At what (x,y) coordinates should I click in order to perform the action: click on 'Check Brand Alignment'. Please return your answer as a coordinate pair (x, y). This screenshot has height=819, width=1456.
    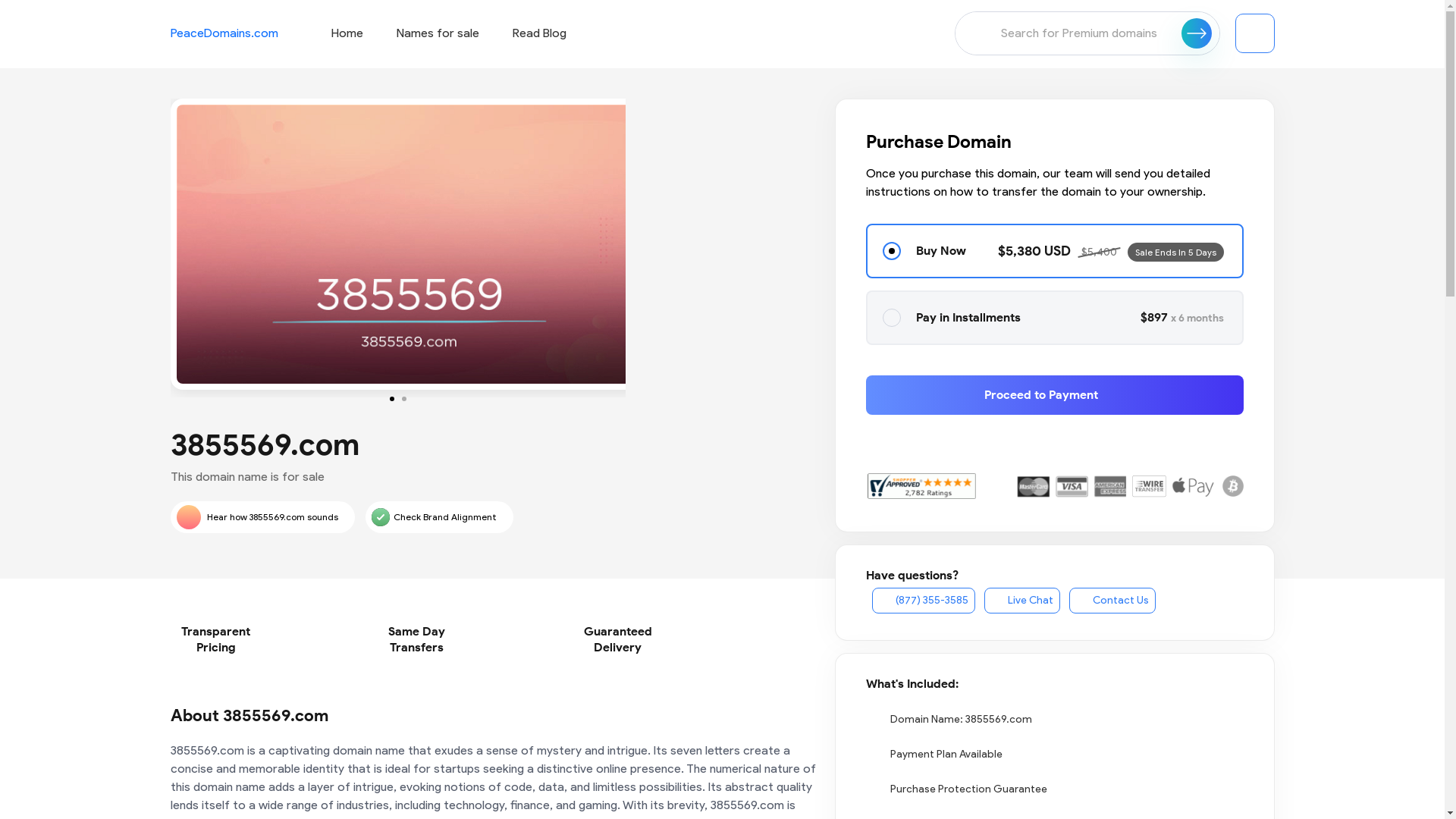
    Looking at the image, I should click on (438, 516).